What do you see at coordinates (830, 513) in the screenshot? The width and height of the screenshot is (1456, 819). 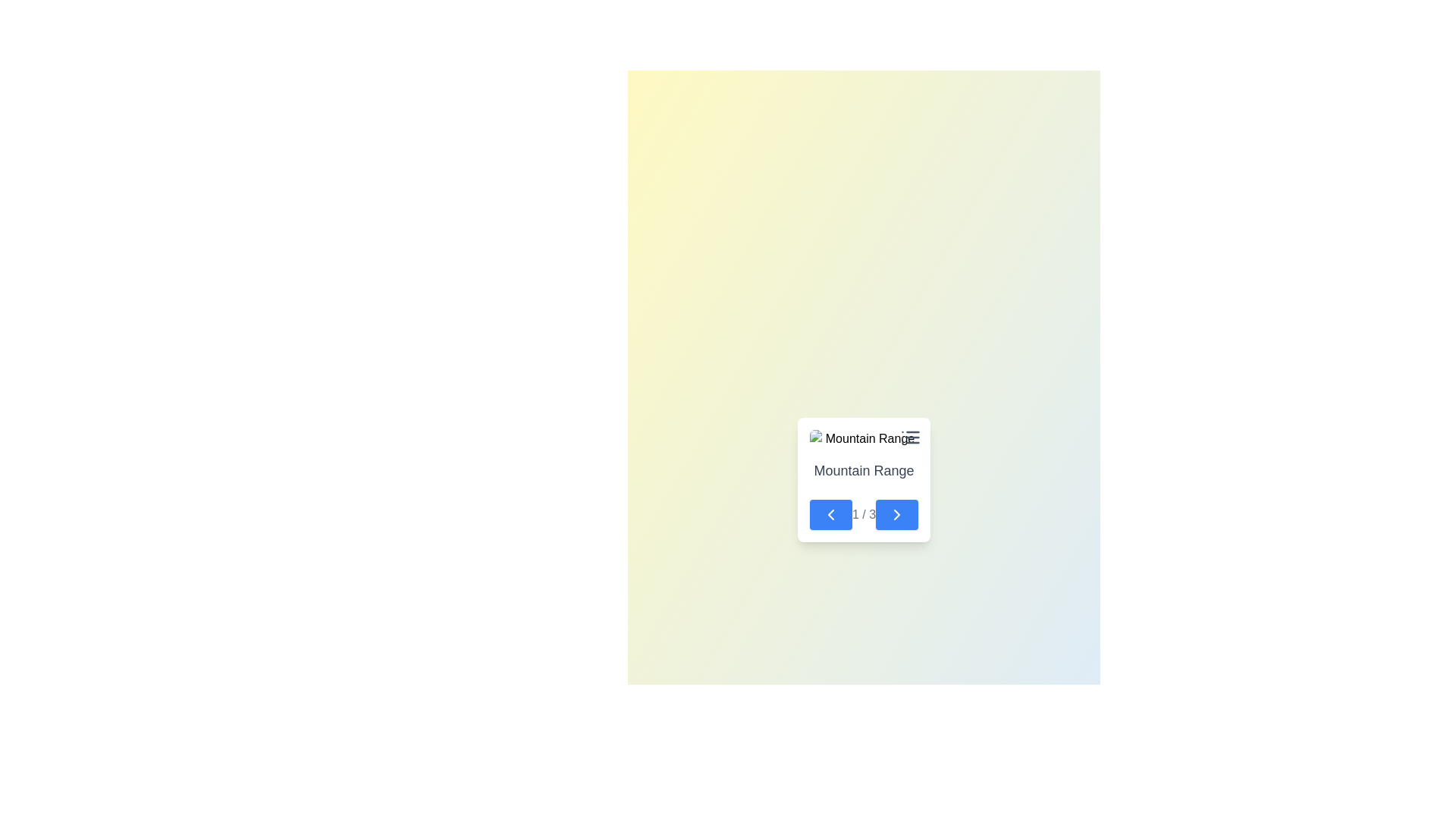 I see `the vibrant blue button with a left-pointing white chevron located at the bottom of the card-like UI section` at bounding box center [830, 513].